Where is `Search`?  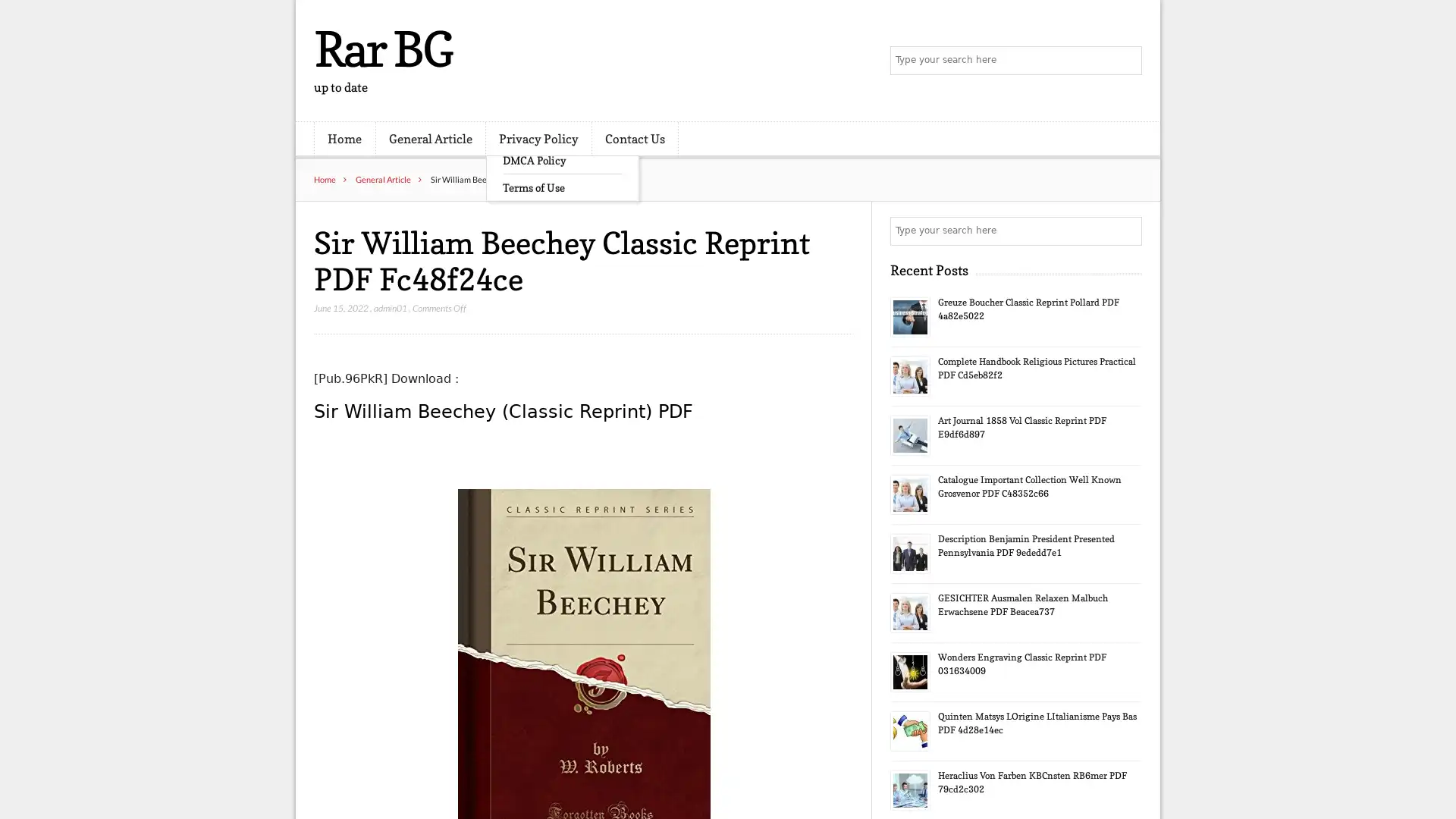 Search is located at coordinates (1126, 231).